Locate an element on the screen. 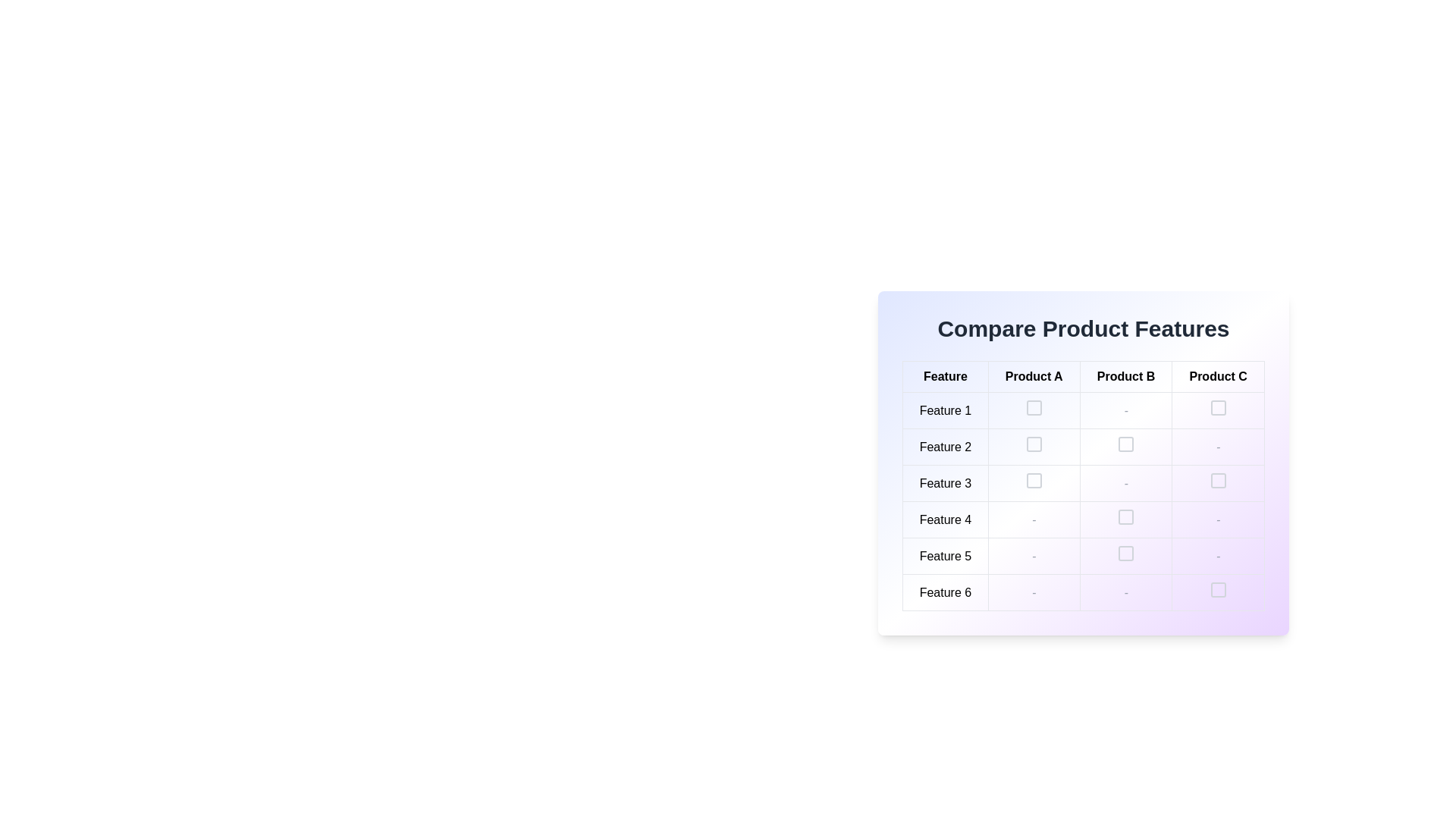  the interactive checkbox under 'Product B' for 'Feature 4' is located at coordinates (1126, 516).